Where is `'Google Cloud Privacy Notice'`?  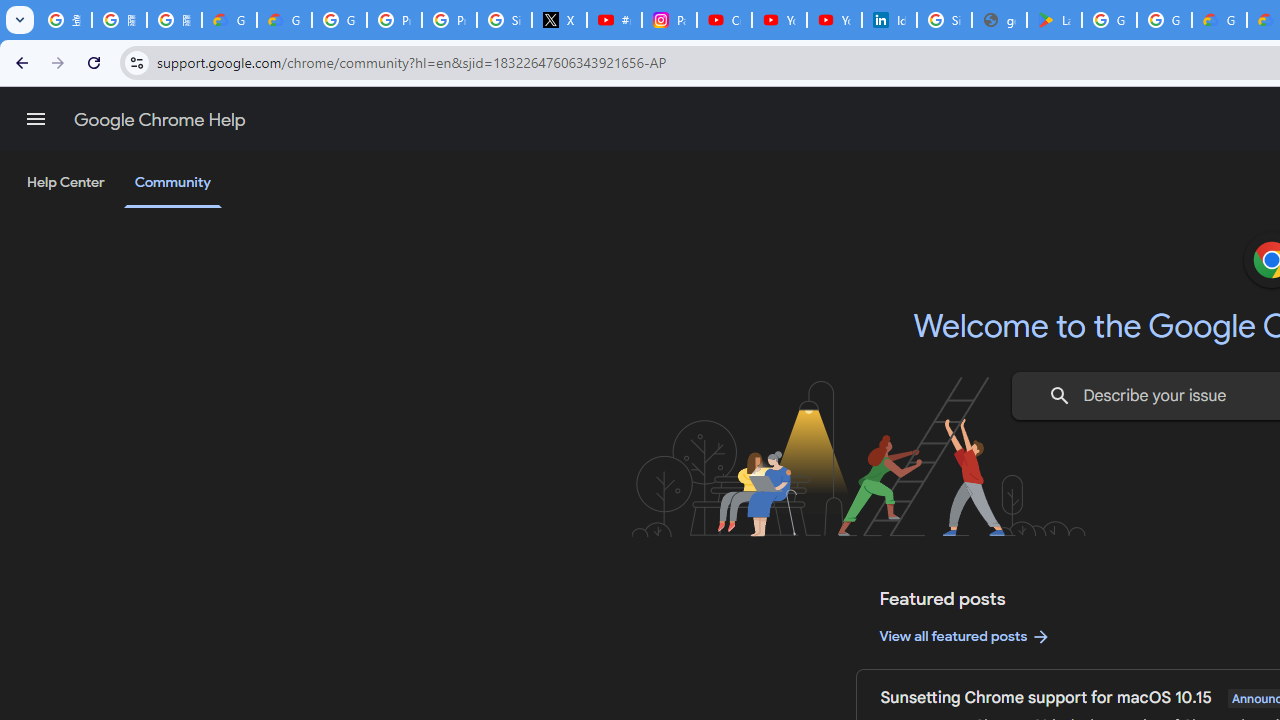 'Google Cloud Privacy Notice' is located at coordinates (229, 20).